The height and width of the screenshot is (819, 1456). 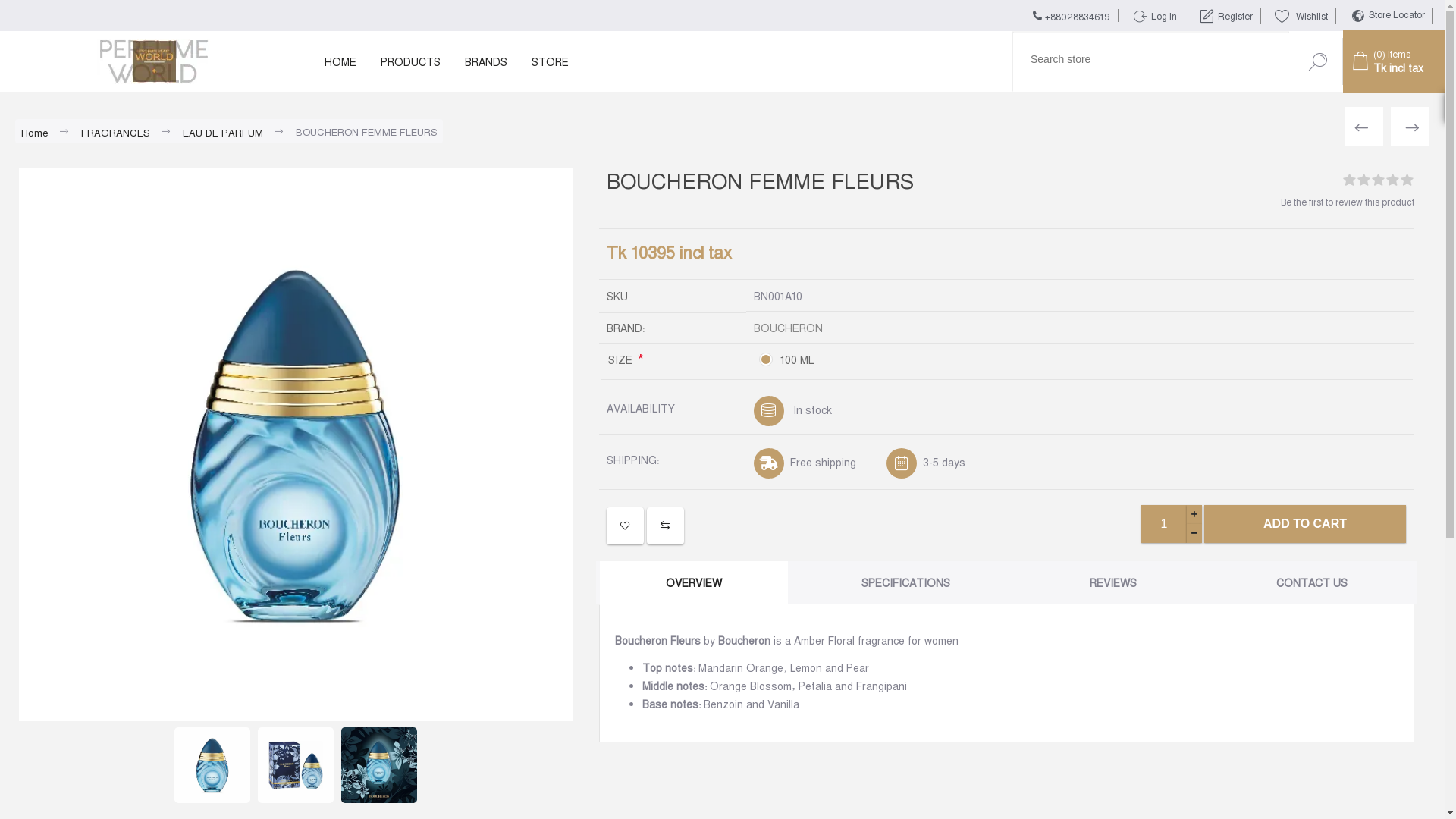 I want to click on 'Log in', so click(x=1153, y=14).